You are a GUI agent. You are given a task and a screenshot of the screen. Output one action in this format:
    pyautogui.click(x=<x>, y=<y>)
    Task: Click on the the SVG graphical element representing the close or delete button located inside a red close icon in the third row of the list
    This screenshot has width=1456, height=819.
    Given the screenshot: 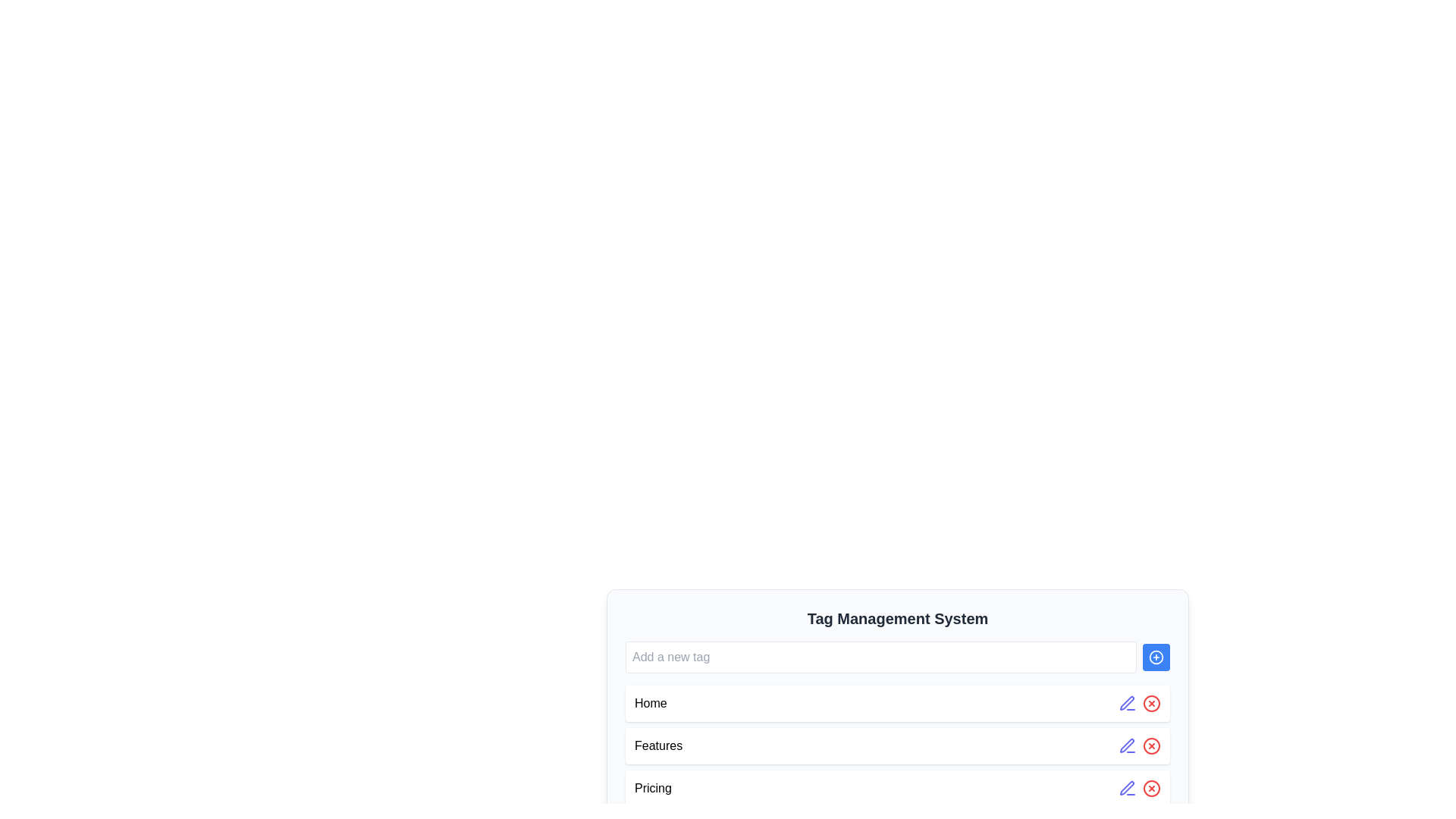 What is the action you would take?
    pyautogui.click(x=1151, y=788)
    